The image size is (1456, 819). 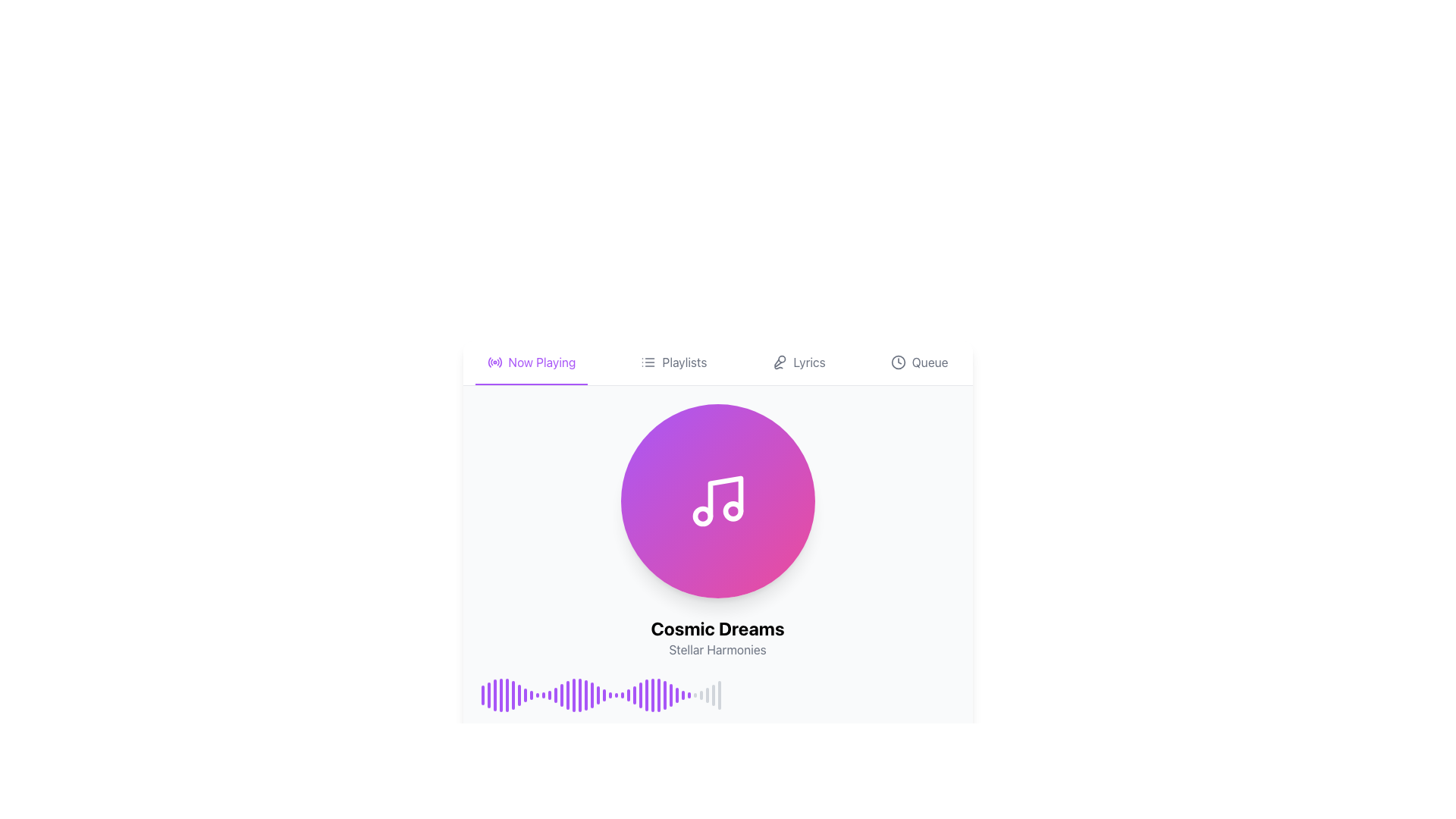 What do you see at coordinates (717, 637) in the screenshot?
I see `the Text Display element that shows 'Cosmic Dreams' in bold and 'Stellar Harmonies' in smaller gray font, located below a musical note icon and above a soundwave graphic` at bounding box center [717, 637].